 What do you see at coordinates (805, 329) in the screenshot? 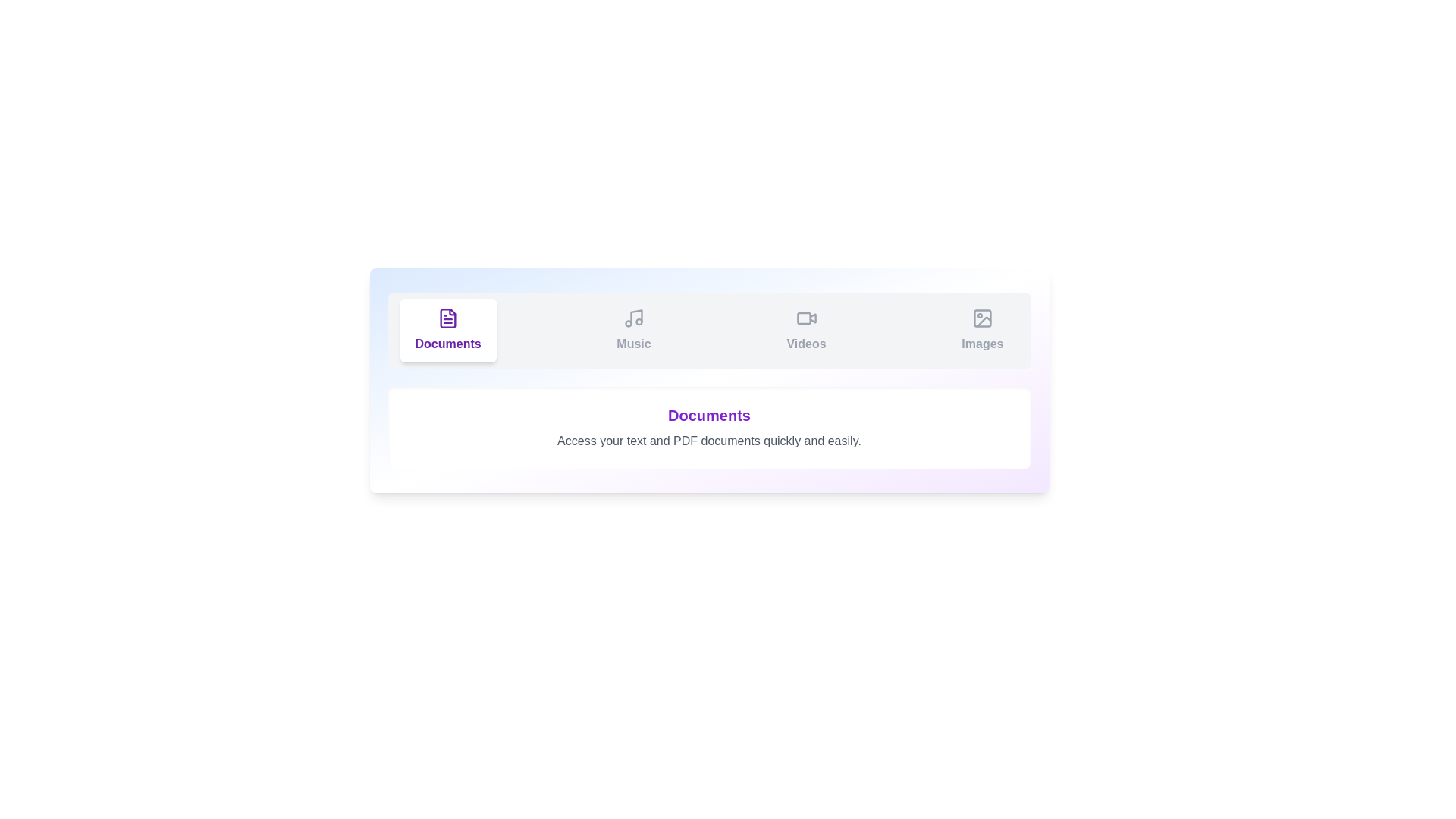
I see `the tab labeled Videos to view its content` at bounding box center [805, 329].